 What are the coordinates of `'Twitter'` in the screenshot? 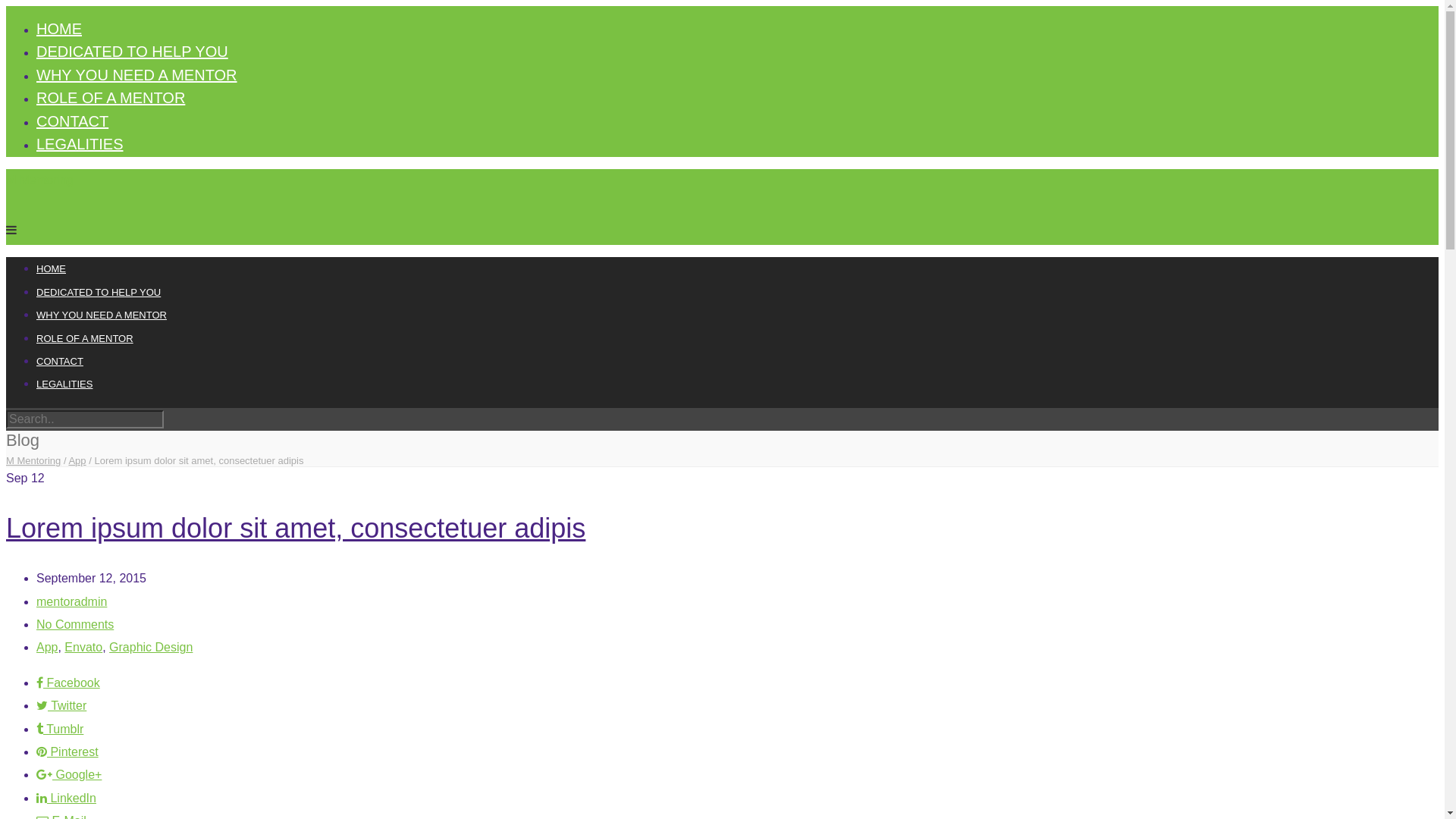 It's located at (61, 705).